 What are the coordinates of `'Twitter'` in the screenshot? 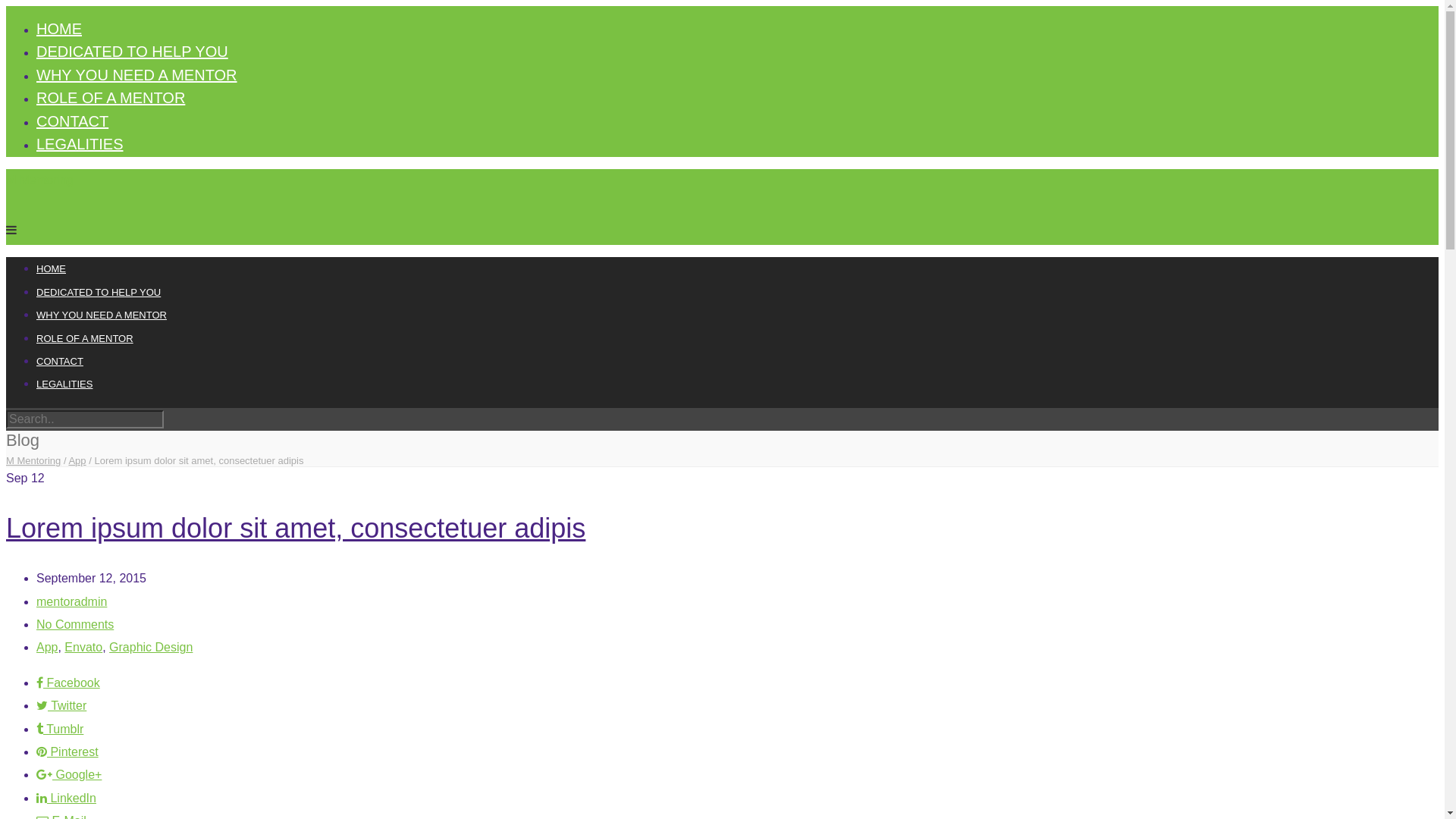 It's located at (61, 705).